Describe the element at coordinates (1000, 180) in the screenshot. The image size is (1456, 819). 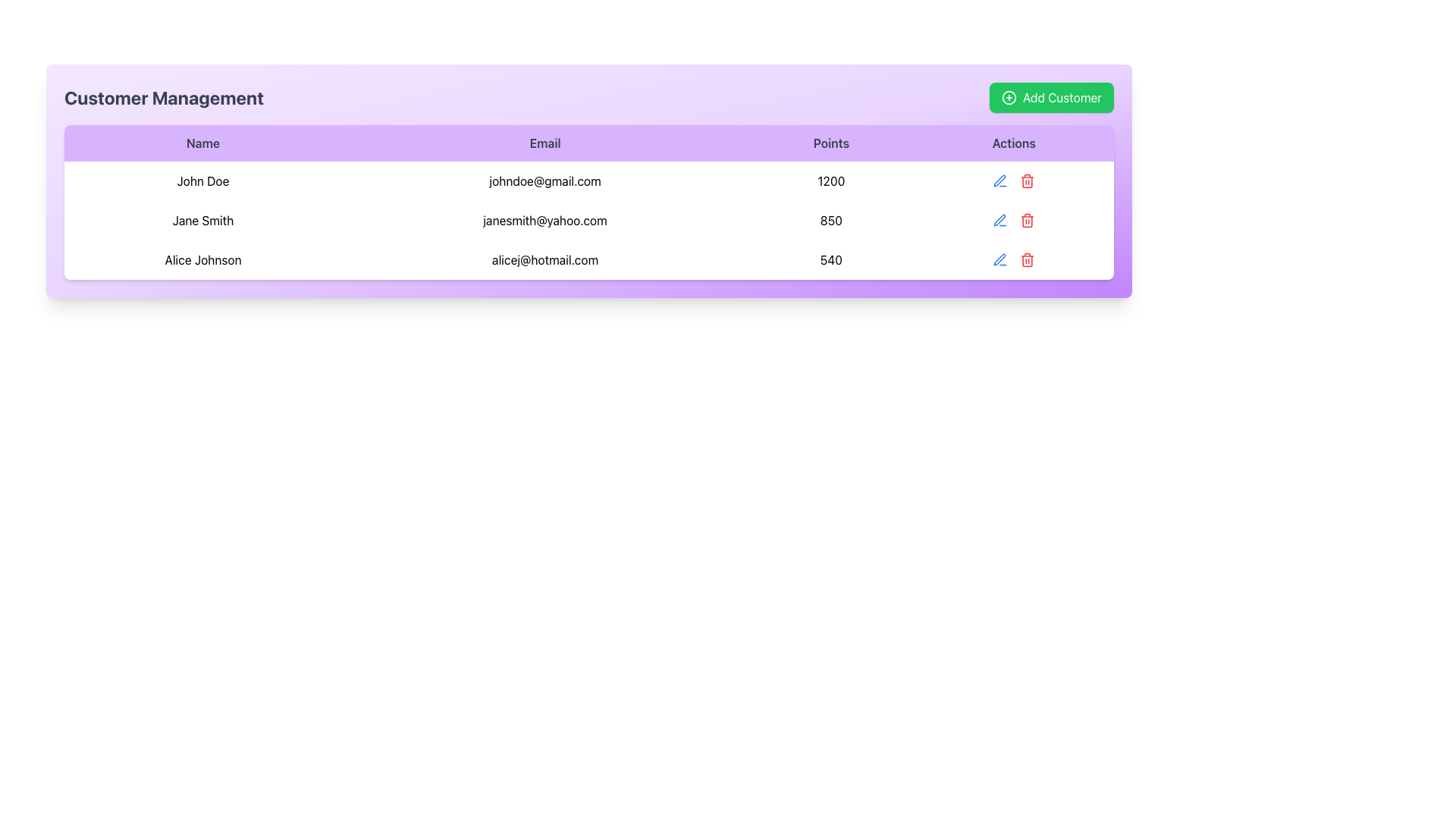
I see `the blue pen icon button located in the 'Actions' column for the first row representing 'John Doe'` at that location.